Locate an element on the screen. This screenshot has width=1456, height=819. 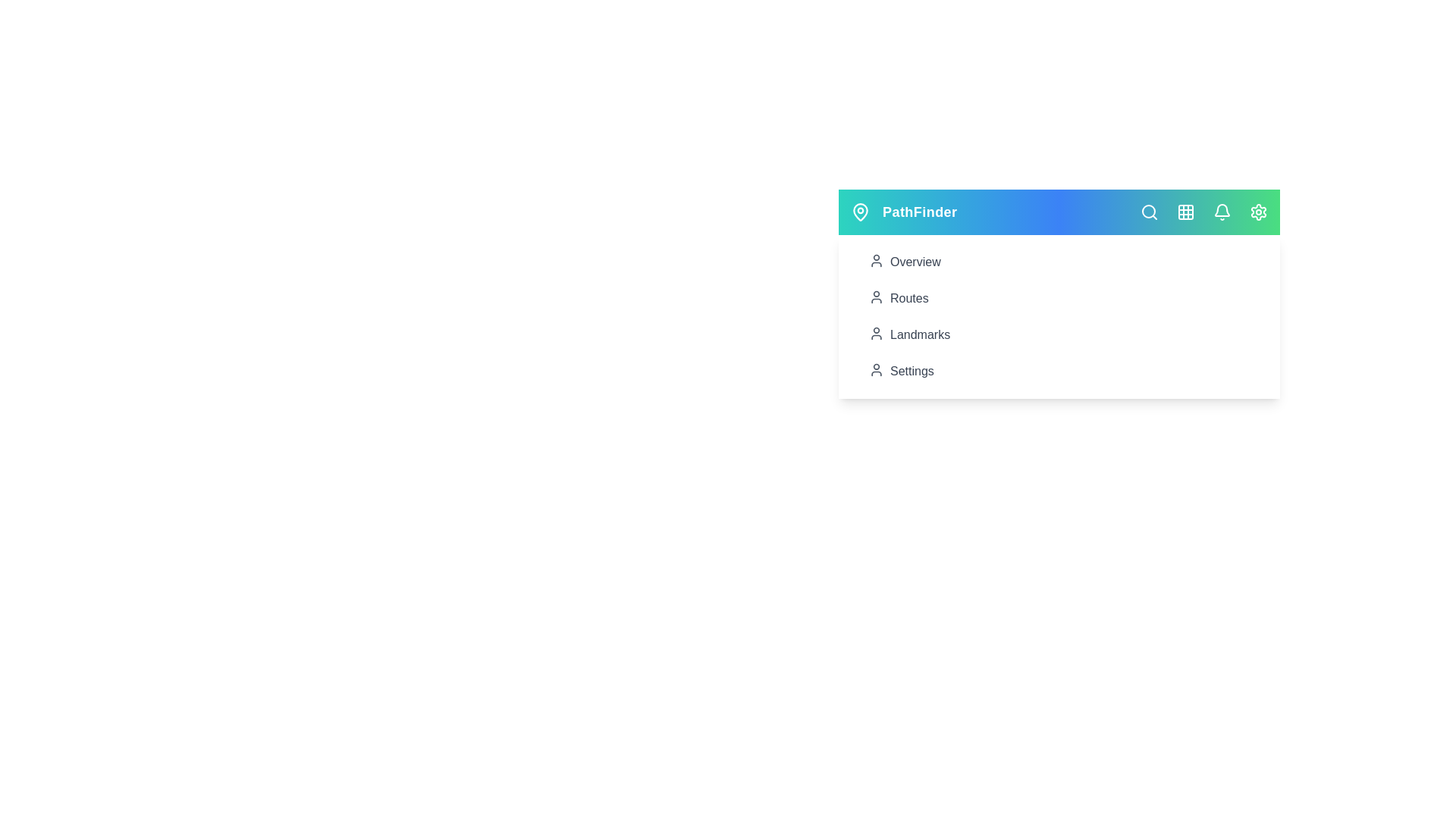
the search icon to open the search functionality is located at coordinates (1150, 212).